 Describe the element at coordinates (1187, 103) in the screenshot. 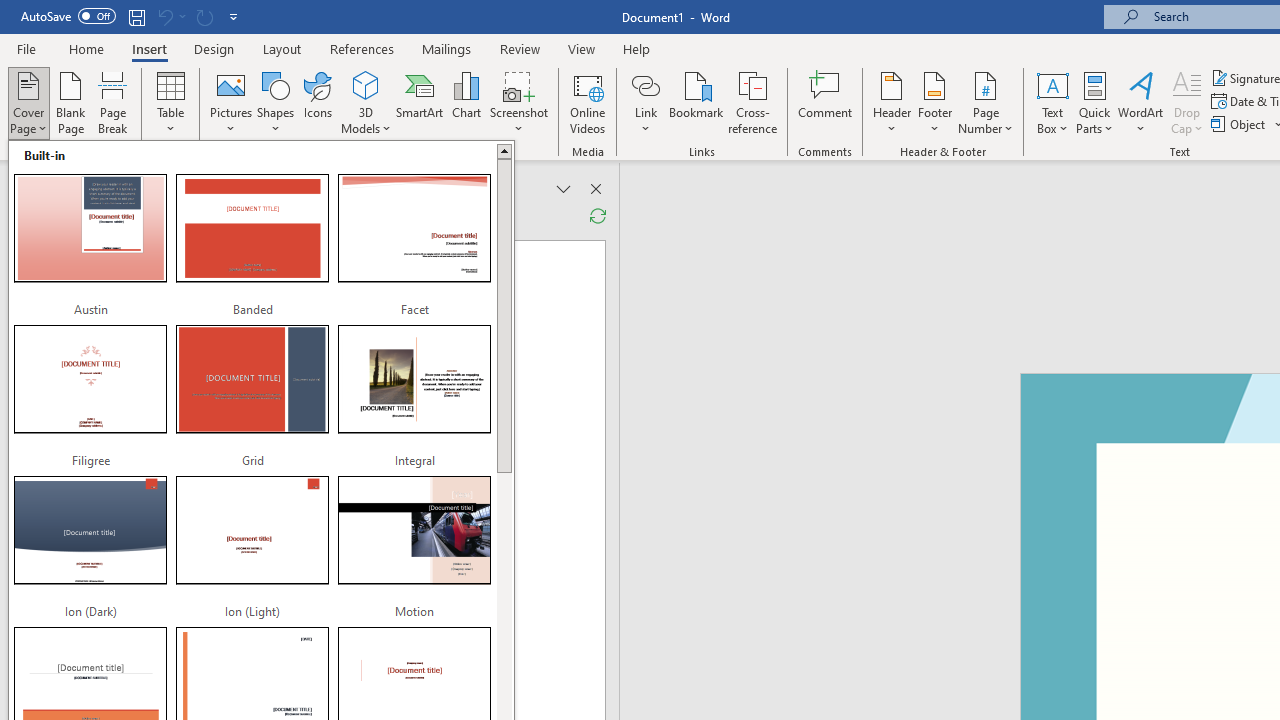

I see `'Drop Cap'` at that location.